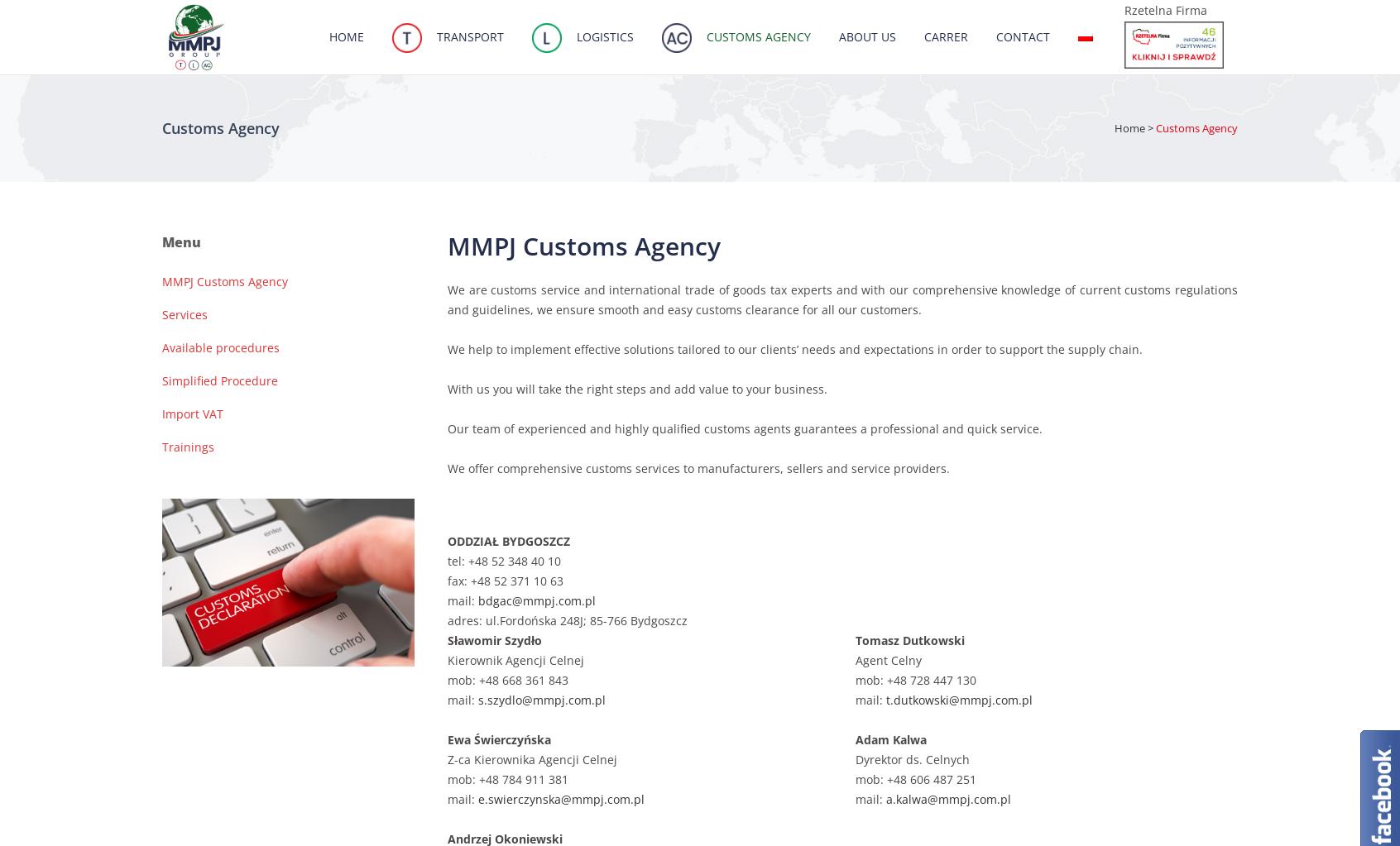 Image resolution: width=1400 pixels, height=846 pixels. Describe the element at coordinates (853, 778) in the screenshot. I see `'mob: +48 606 487 251'` at that location.